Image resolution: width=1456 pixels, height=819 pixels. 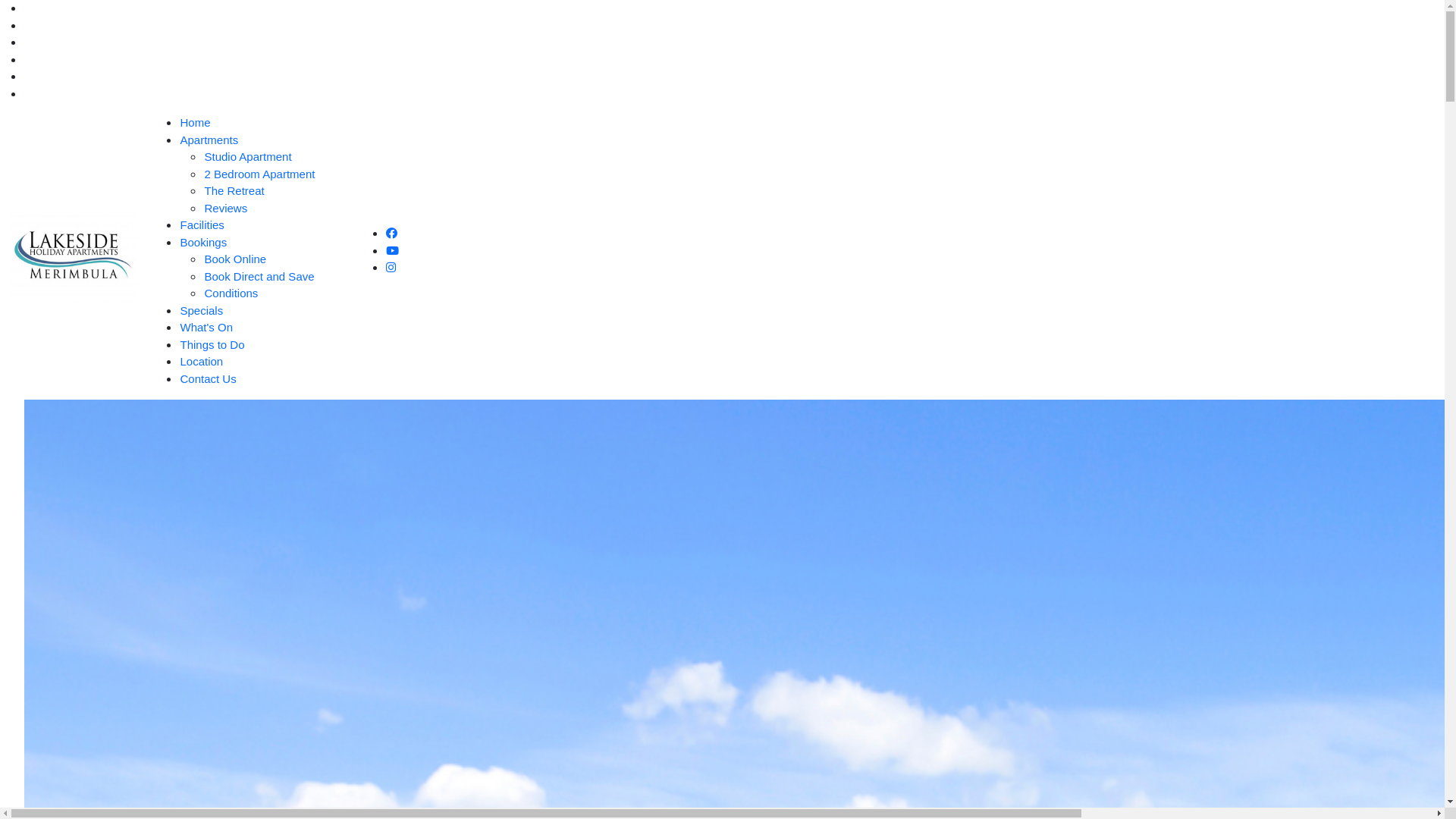 What do you see at coordinates (202, 240) in the screenshot?
I see `'Bookings'` at bounding box center [202, 240].